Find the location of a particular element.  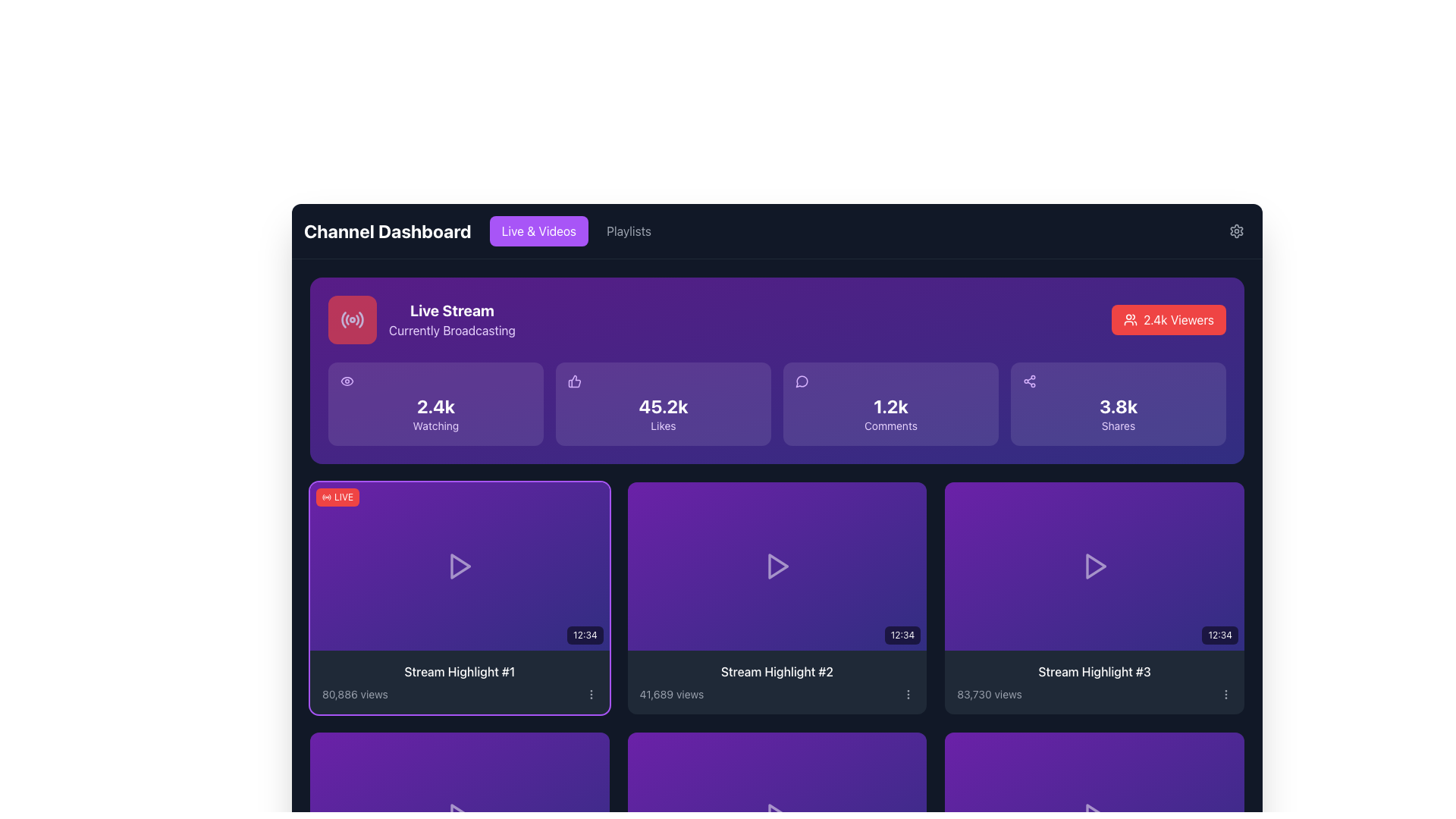

the playback icon located in the 'Stream Highlight #1' card, positioned centrally beneath the 'LIVE' label and above '80,886 views' is located at coordinates (460, 566).